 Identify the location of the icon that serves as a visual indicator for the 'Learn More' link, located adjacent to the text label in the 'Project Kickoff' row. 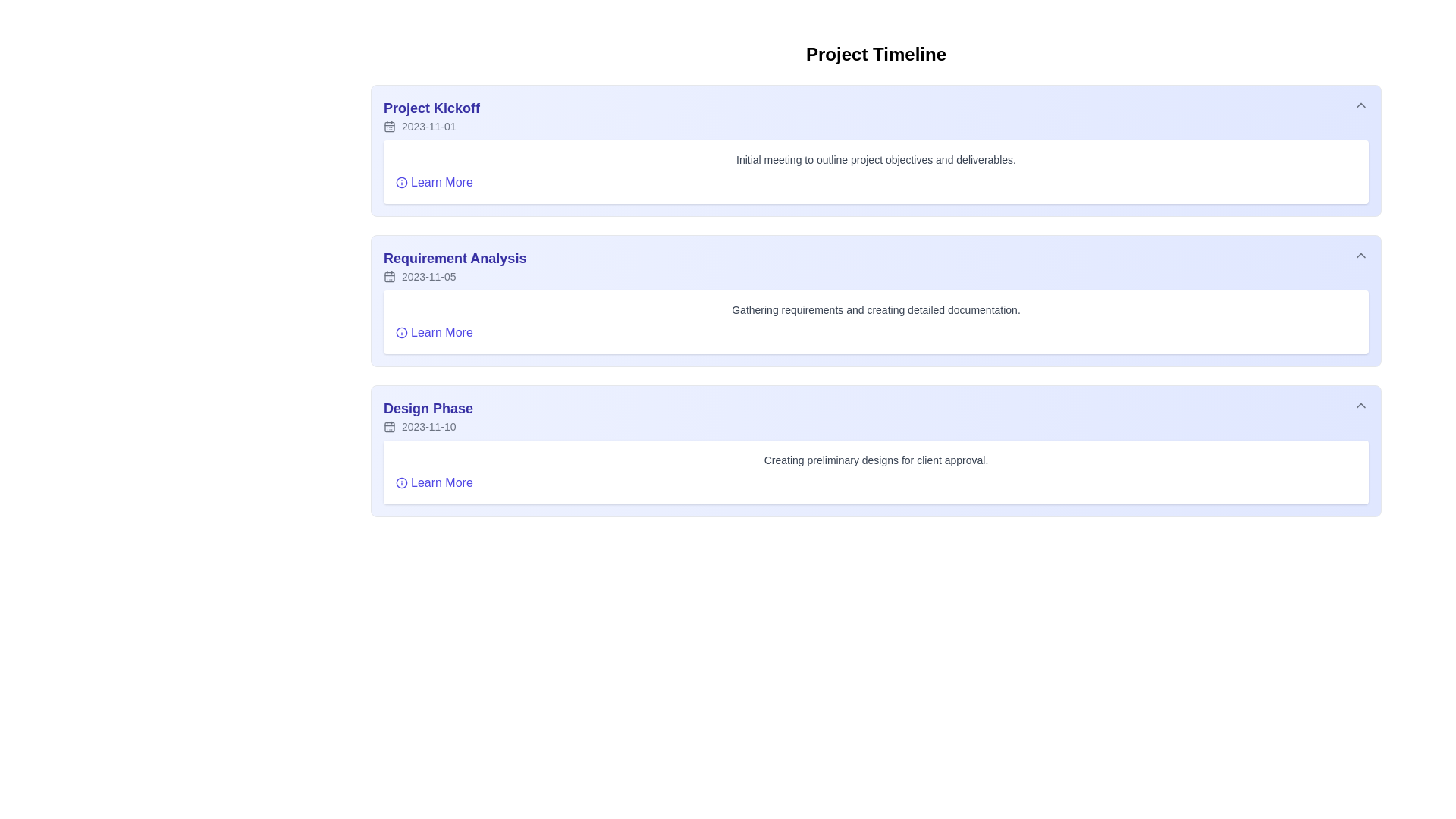
(401, 181).